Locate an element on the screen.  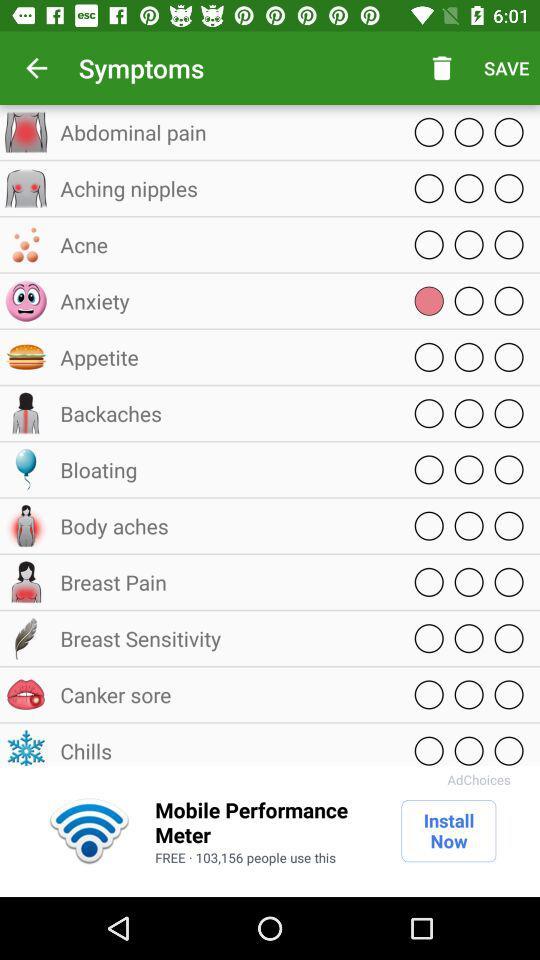
icon next to the symptoms is located at coordinates (36, 68).